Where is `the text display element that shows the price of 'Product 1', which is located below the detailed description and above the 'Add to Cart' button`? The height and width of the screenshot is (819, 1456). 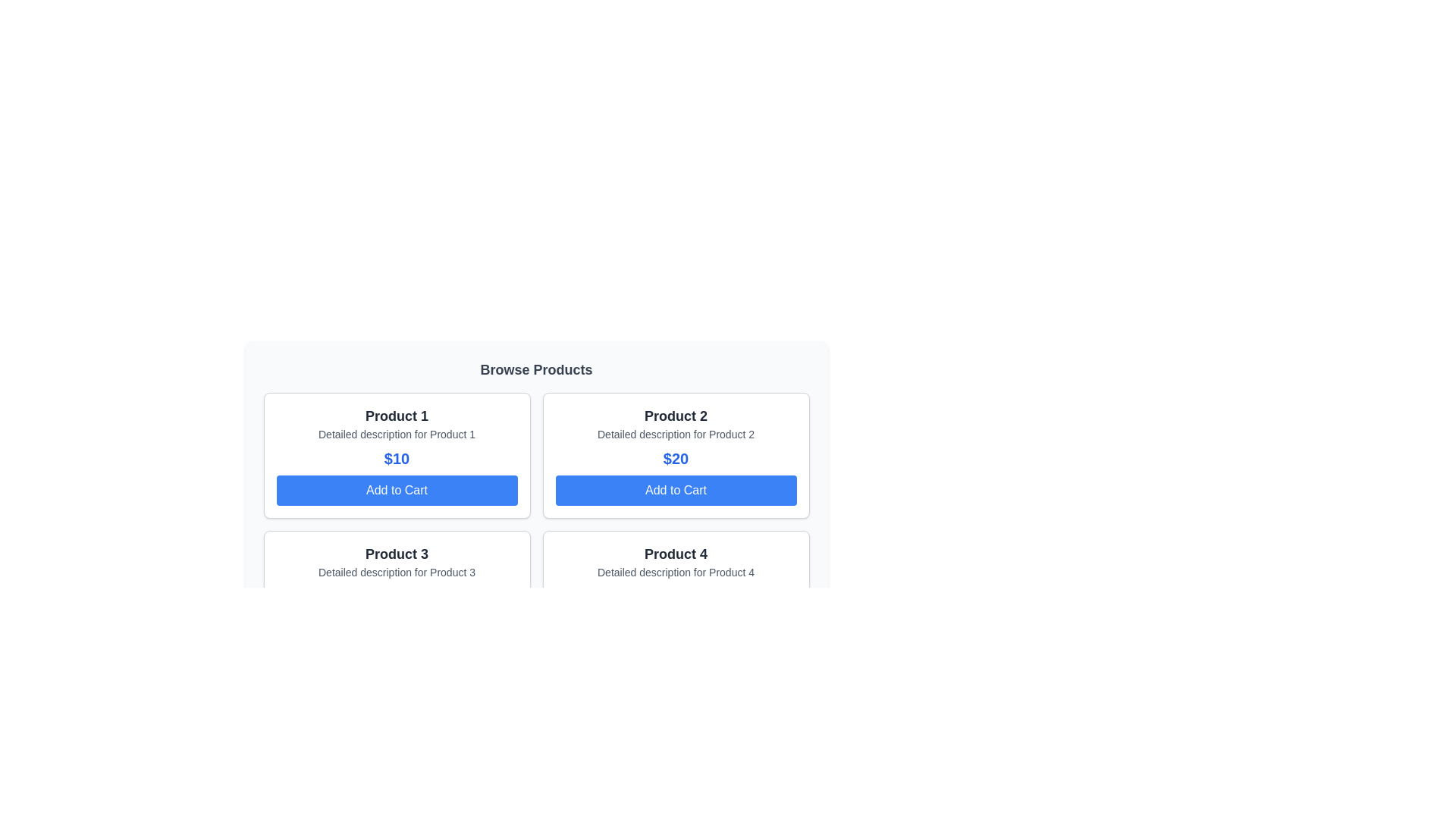 the text display element that shows the price of 'Product 1', which is located below the detailed description and above the 'Add to Cart' button is located at coordinates (397, 458).